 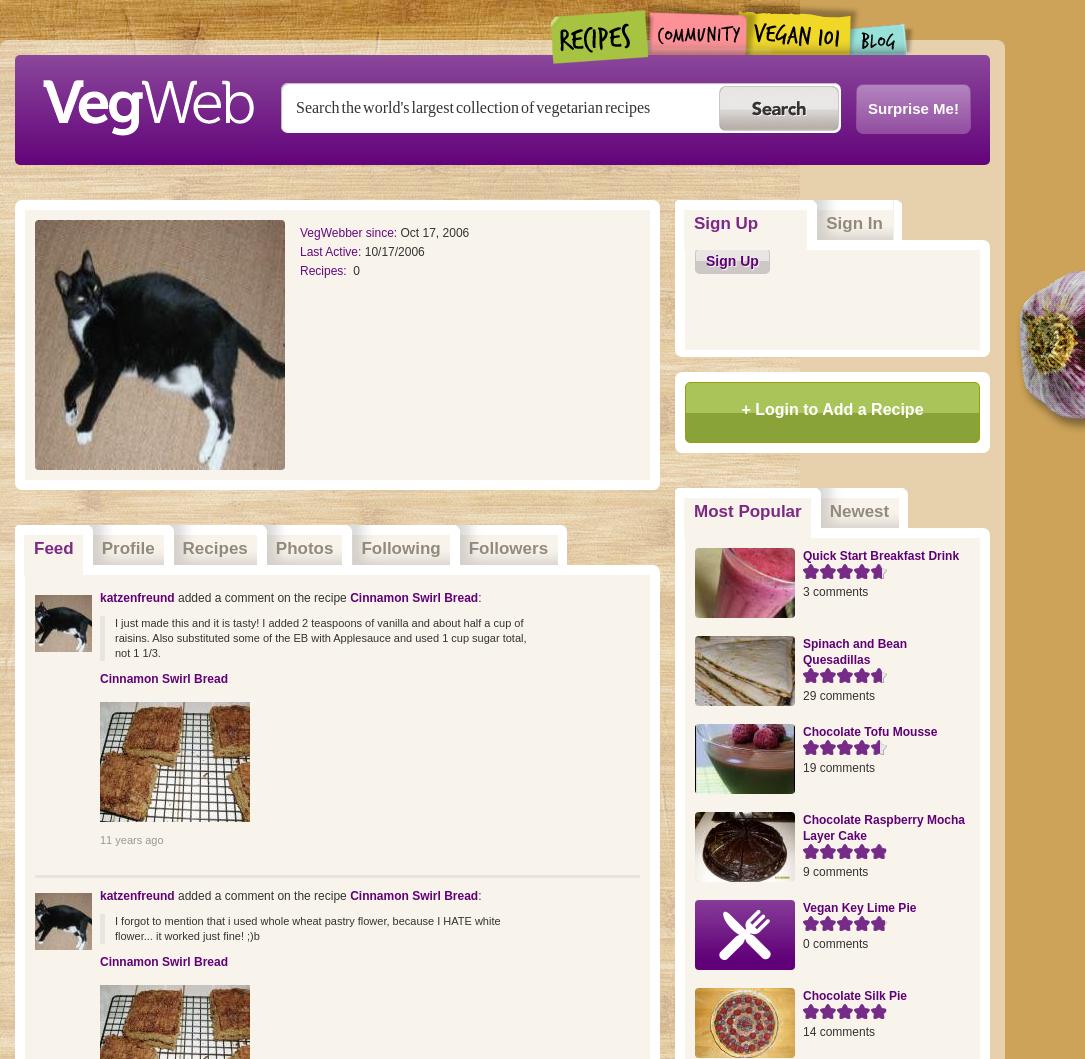 What do you see at coordinates (880, 554) in the screenshot?
I see `'Quick Start Breakfast Drink'` at bounding box center [880, 554].